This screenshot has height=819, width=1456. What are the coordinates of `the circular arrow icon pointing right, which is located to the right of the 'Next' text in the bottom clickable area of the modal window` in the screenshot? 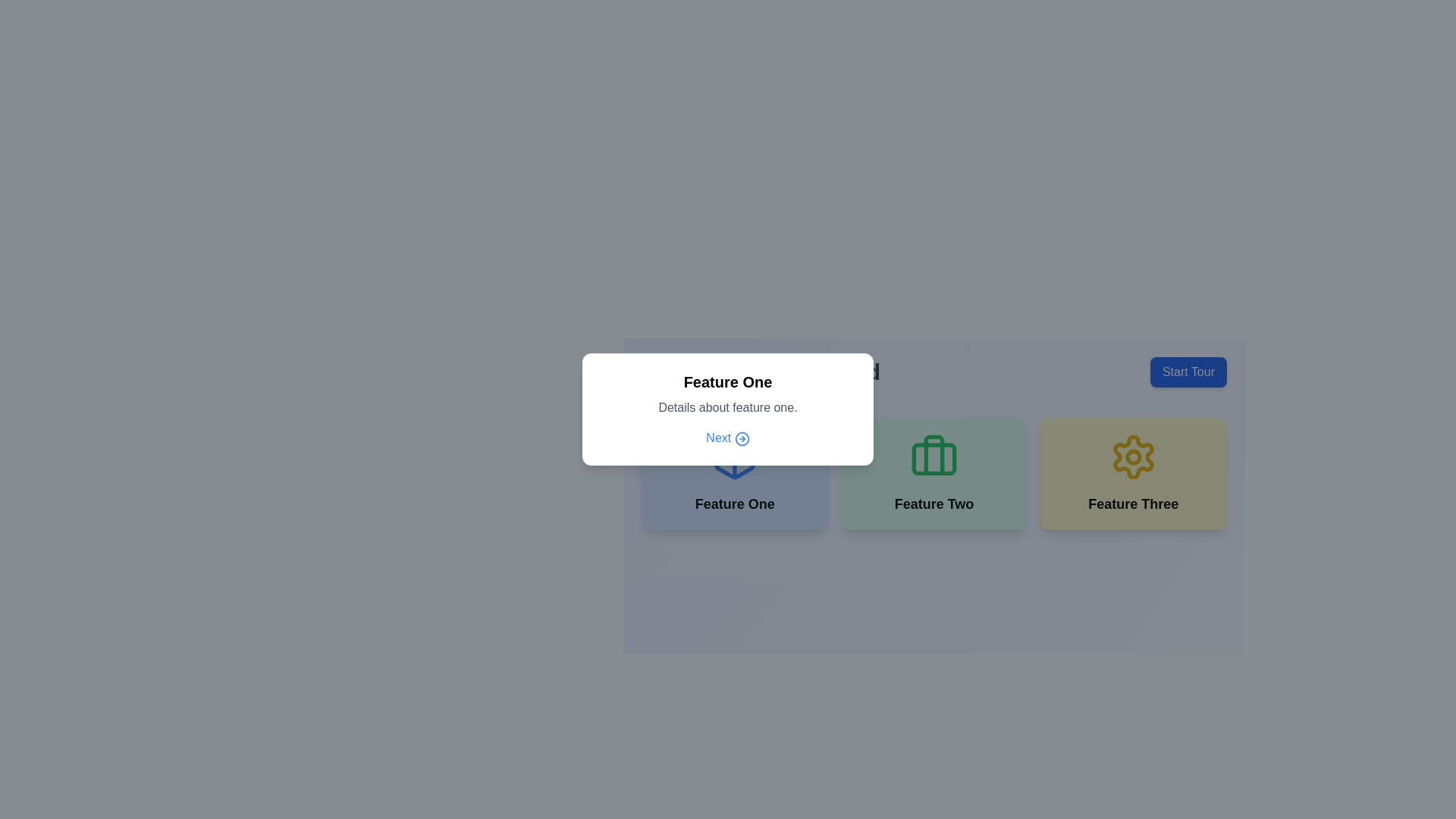 It's located at (742, 438).